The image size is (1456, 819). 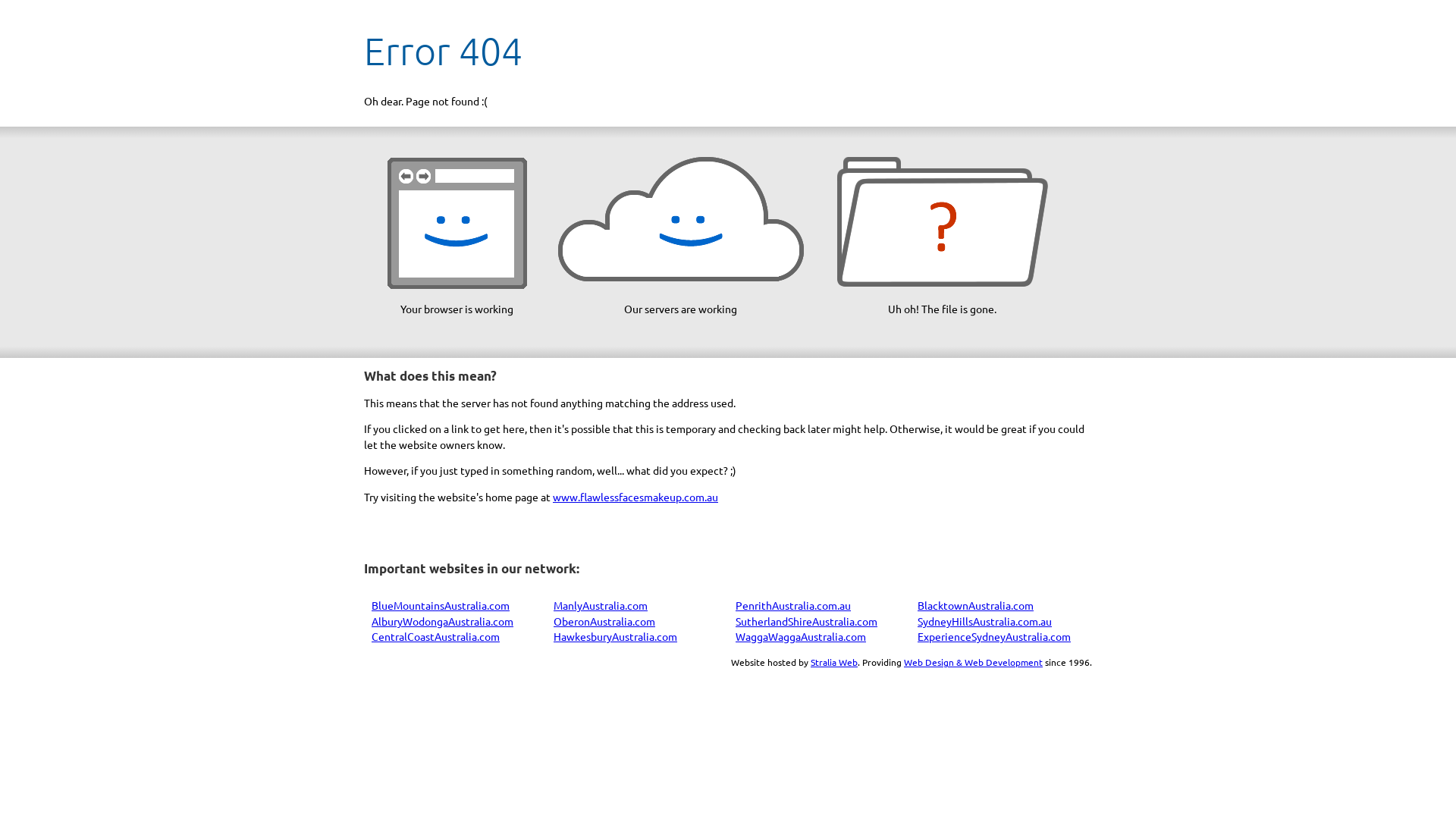 What do you see at coordinates (435, 636) in the screenshot?
I see `'CentralCoastAustralia.com'` at bounding box center [435, 636].